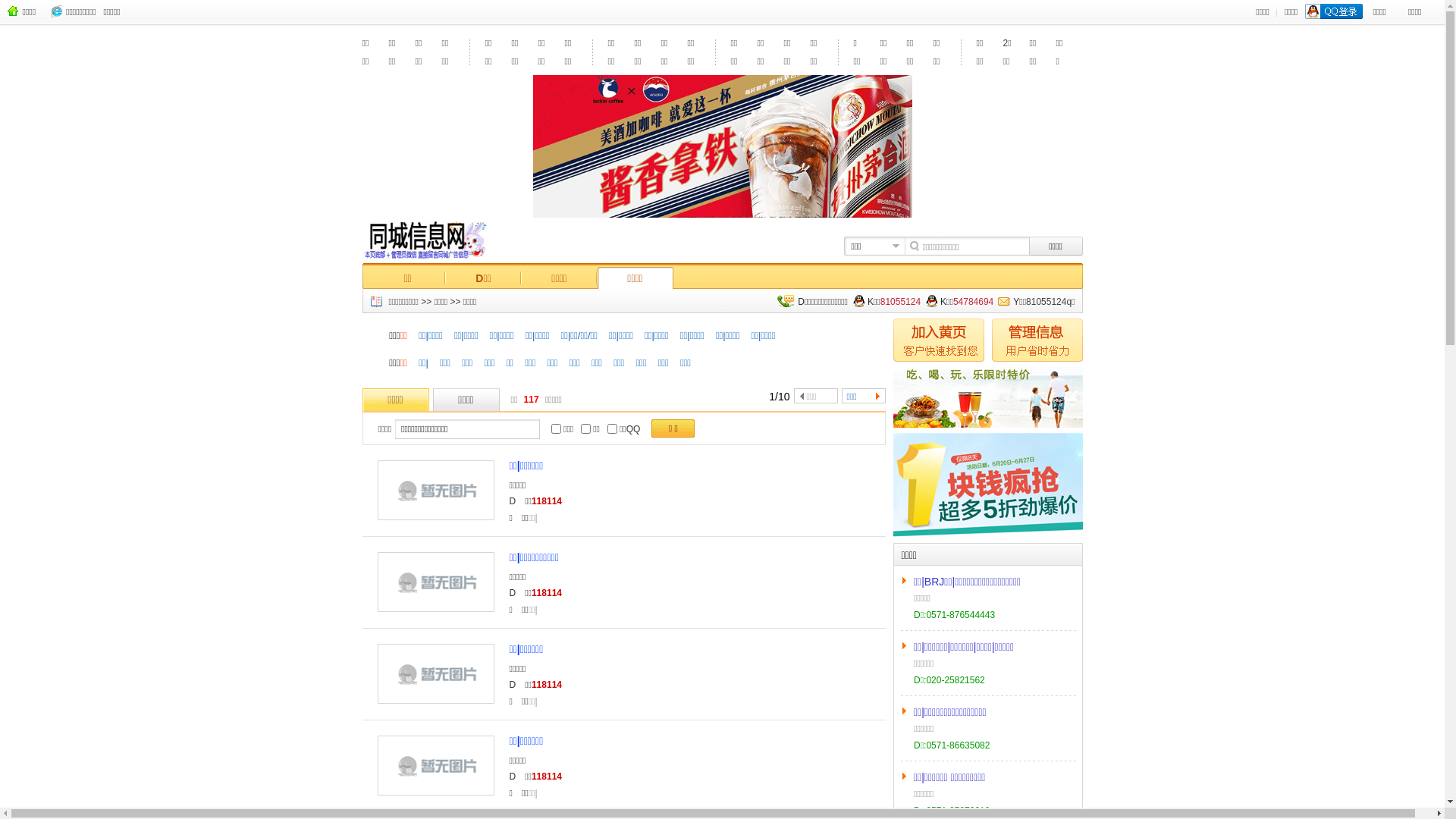 Image resolution: width=1456 pixels, height=819 pixels. What do you see at coordinates (973, 323) in the screenshot?
I see `'54784694'` at bounding box center [973, 323].